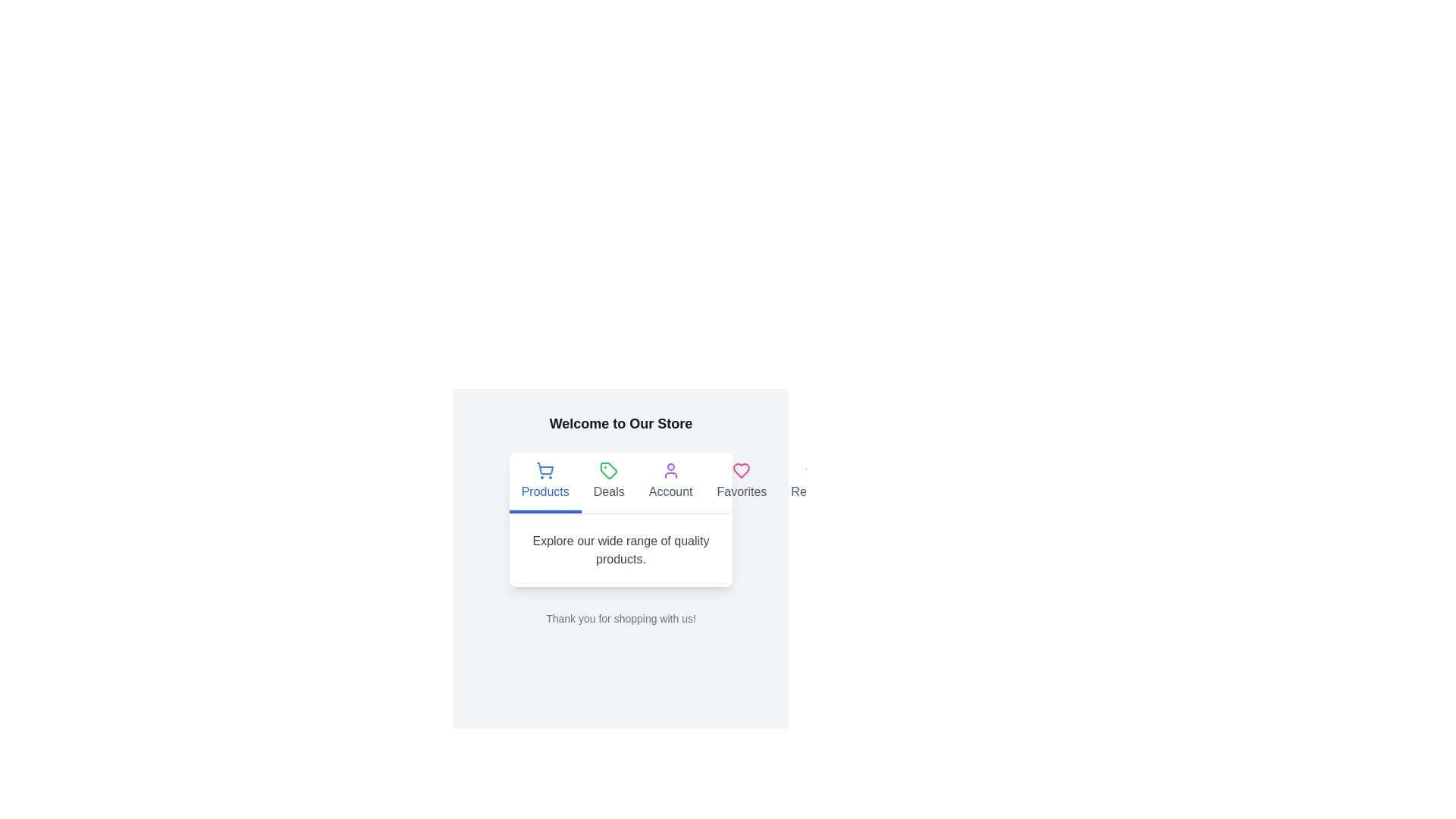 This screenshot has height=819, width=1456. I want to click on the shopping cart icon, which is blue and located above the 'Products' label in a column layout, so click(545, 470).